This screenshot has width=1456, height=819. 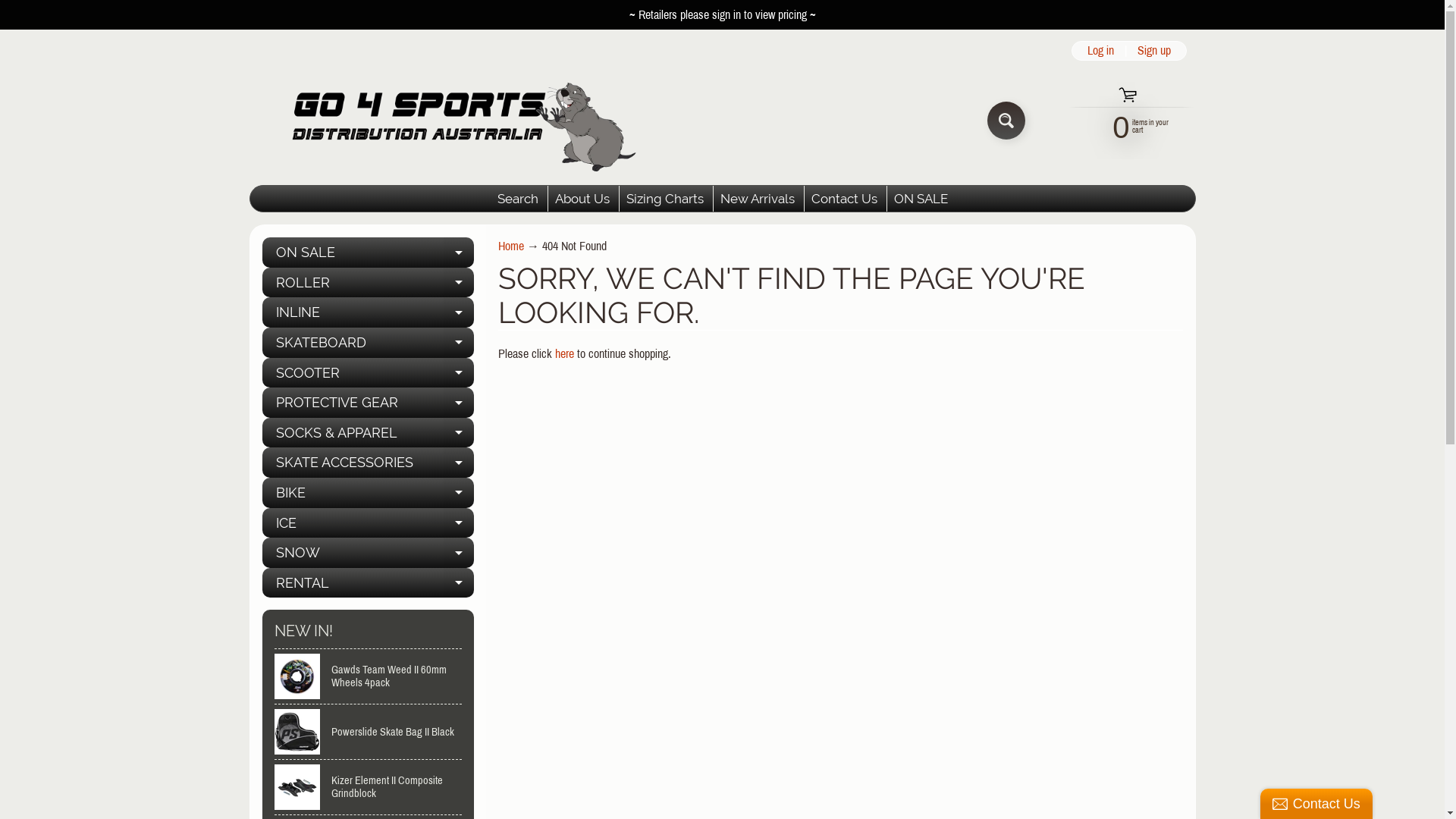 What do you see at coordinates (664, 198) in the screenshot?
I see `'Sizing Charts'` at bounding box center [664, 198].